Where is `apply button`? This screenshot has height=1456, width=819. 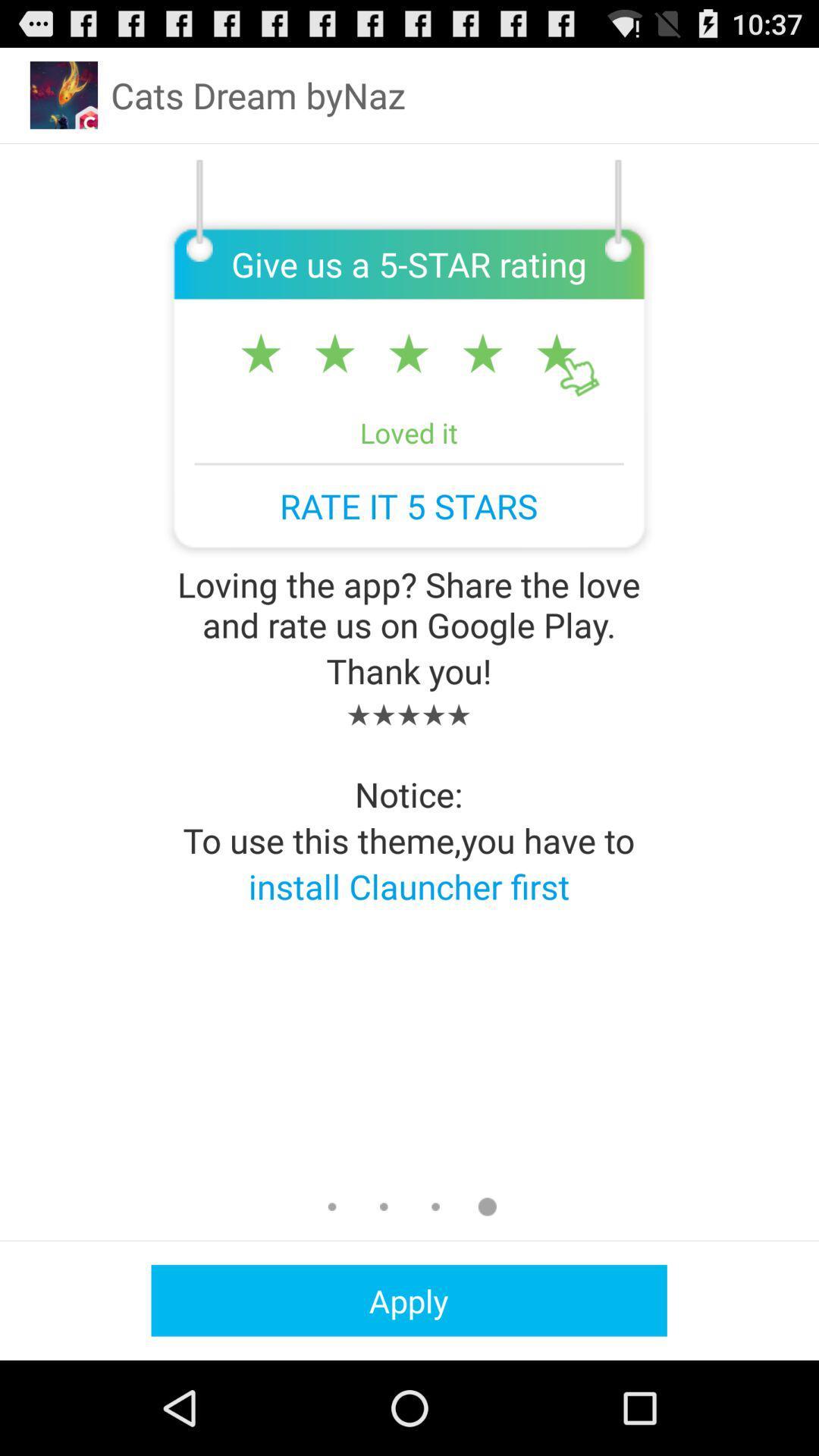 apply button is located at coordinates (408, 1300).